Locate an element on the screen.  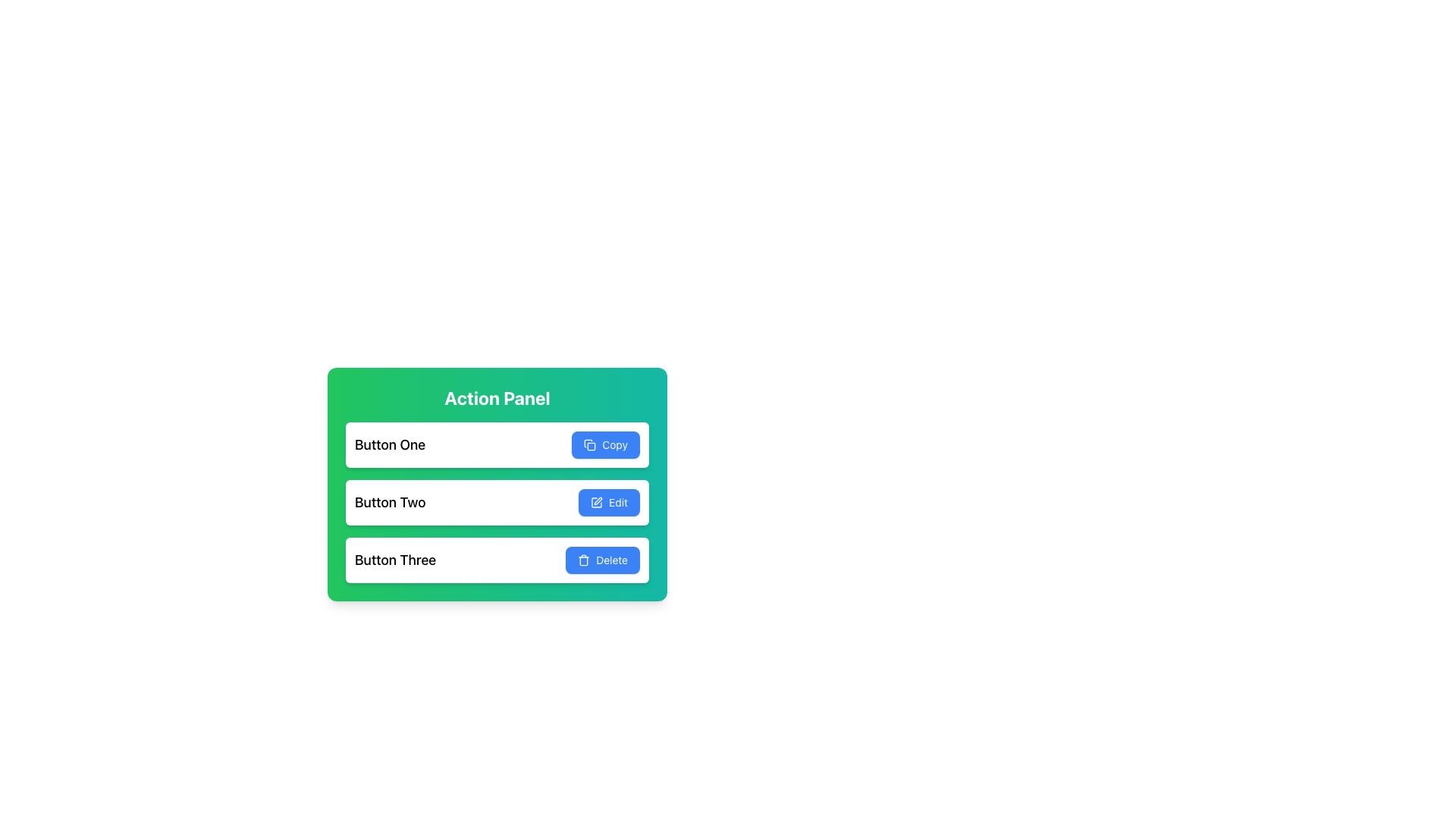
the edit icon within the blue rectangular button labeled 'Edit' in the 'Action Panel' is located at coordinates (596, 503).